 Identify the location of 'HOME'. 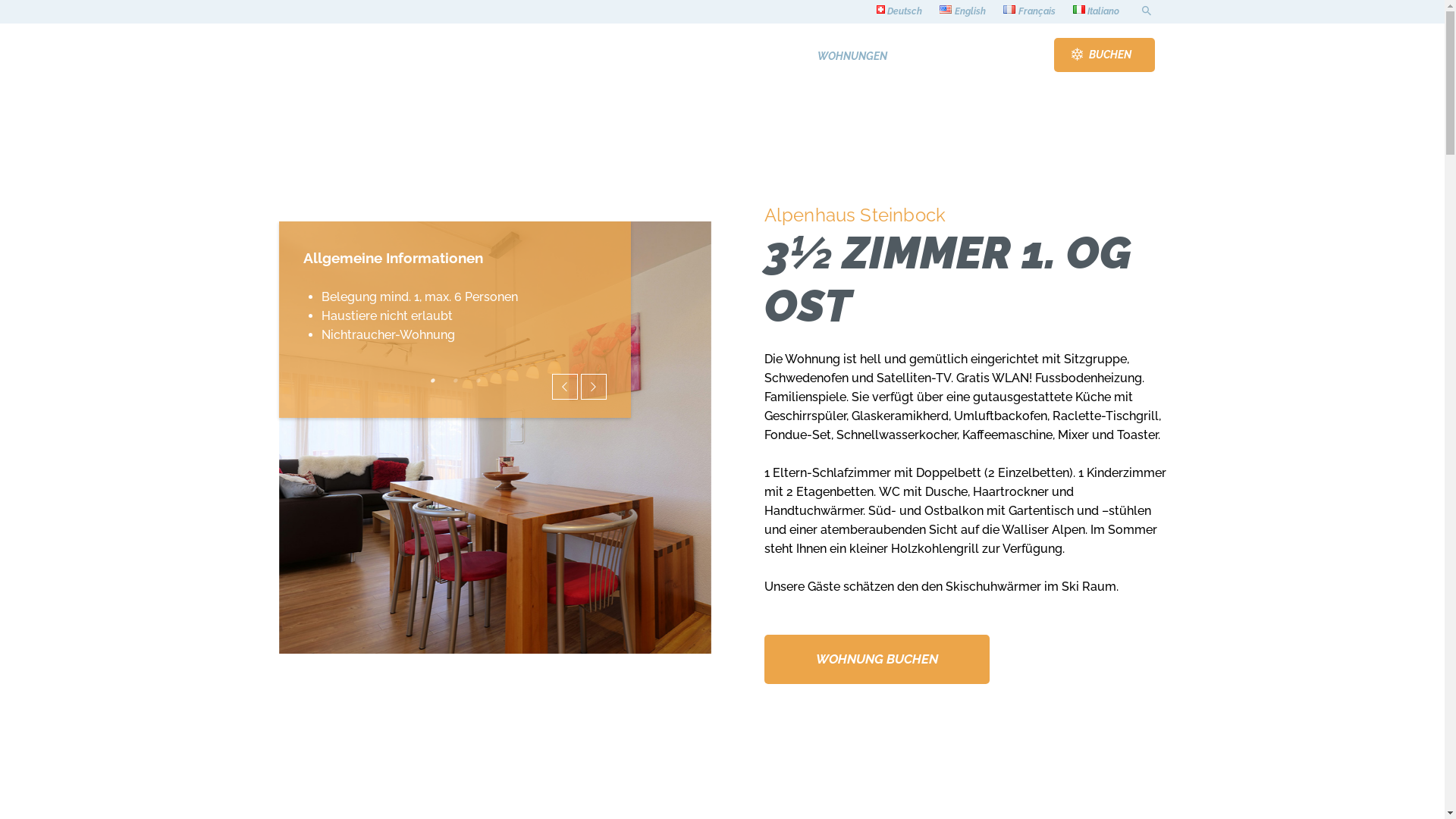
(746, 55).